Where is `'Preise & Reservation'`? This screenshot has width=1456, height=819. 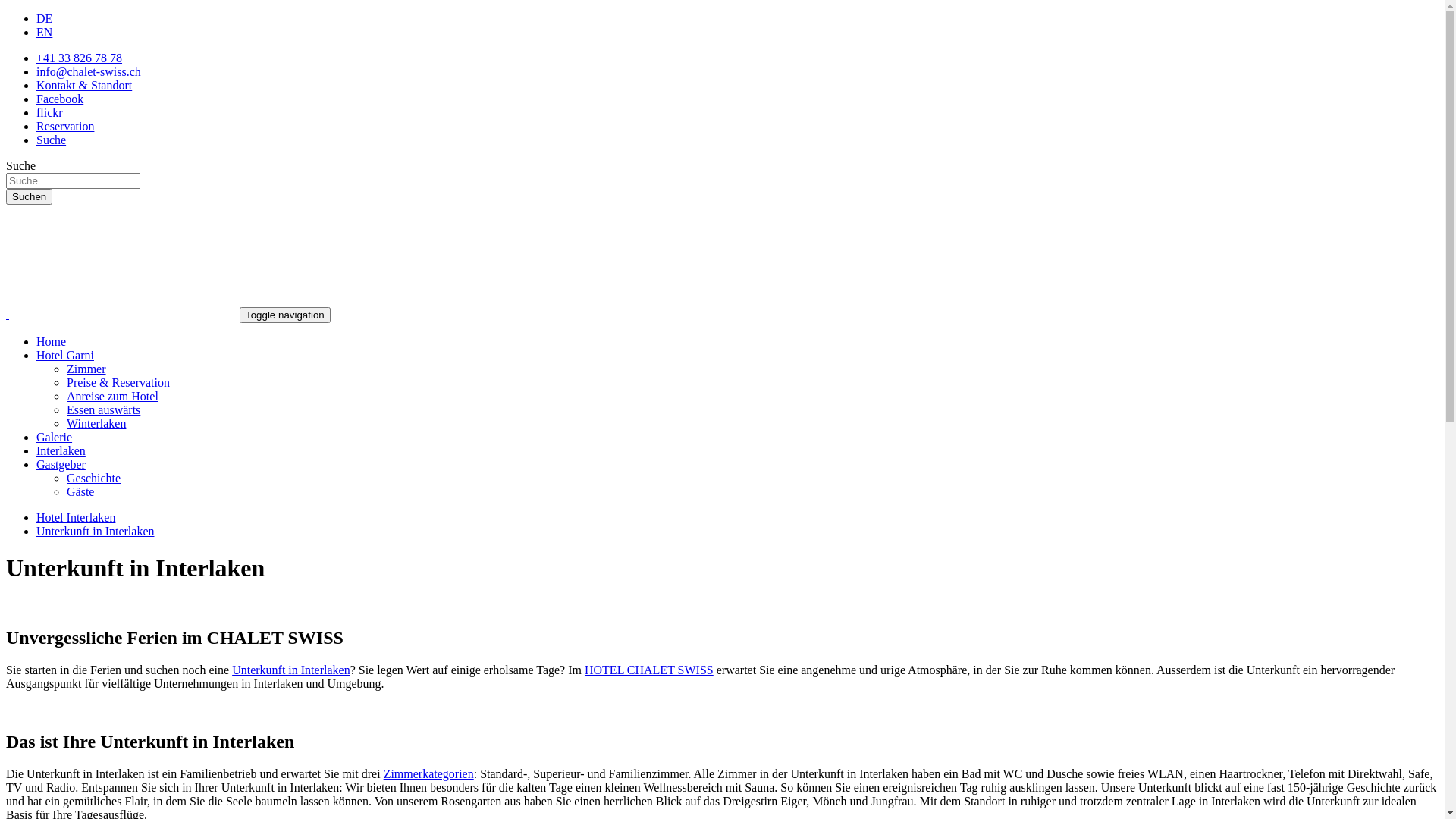 'Preise & Reservation' is located at coordinates (118, 381).